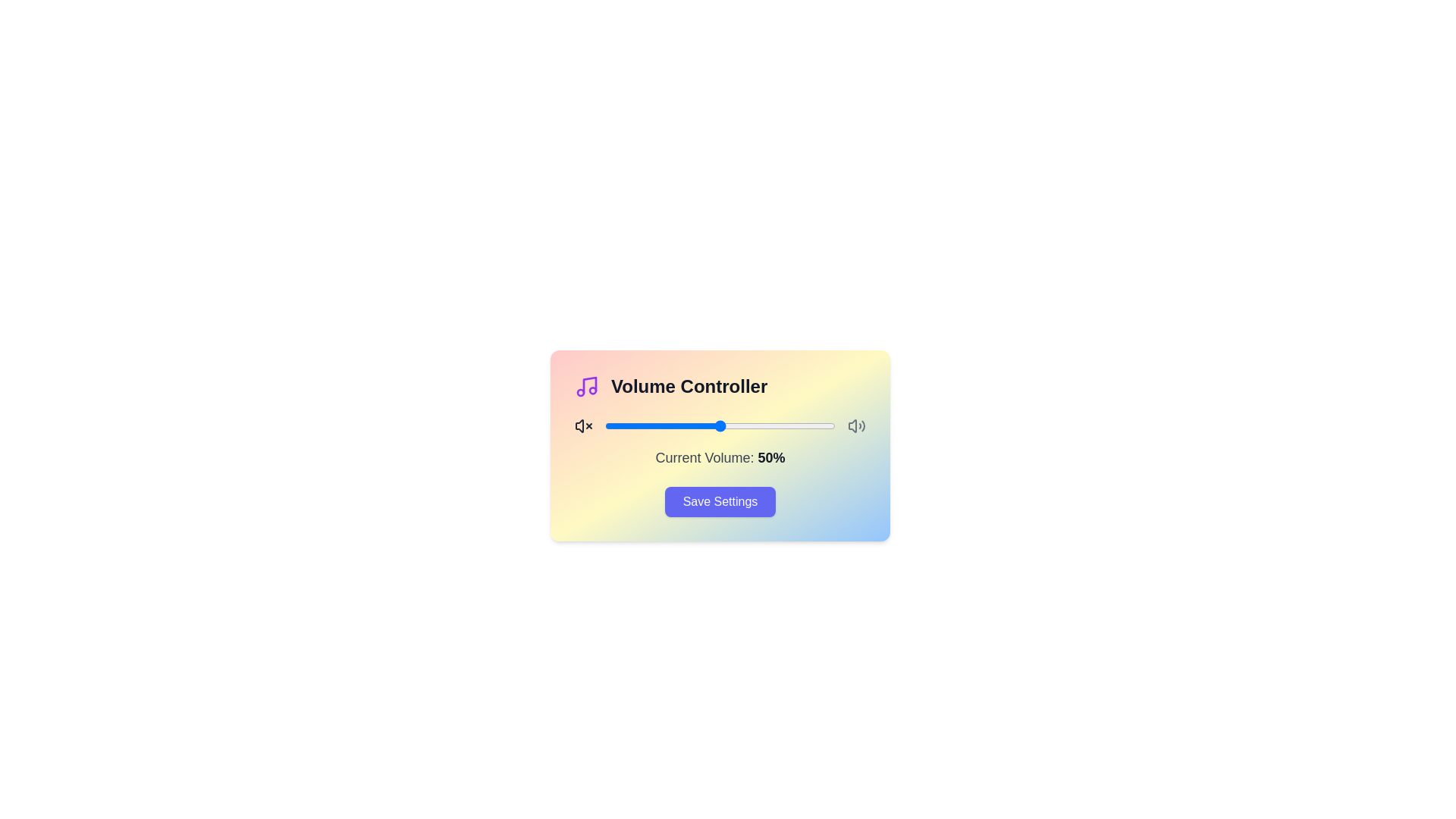 Image resolution: width=1456 pixels, height=819 pixels. I want to click on the volume slider to 54%, so click(730, 426).